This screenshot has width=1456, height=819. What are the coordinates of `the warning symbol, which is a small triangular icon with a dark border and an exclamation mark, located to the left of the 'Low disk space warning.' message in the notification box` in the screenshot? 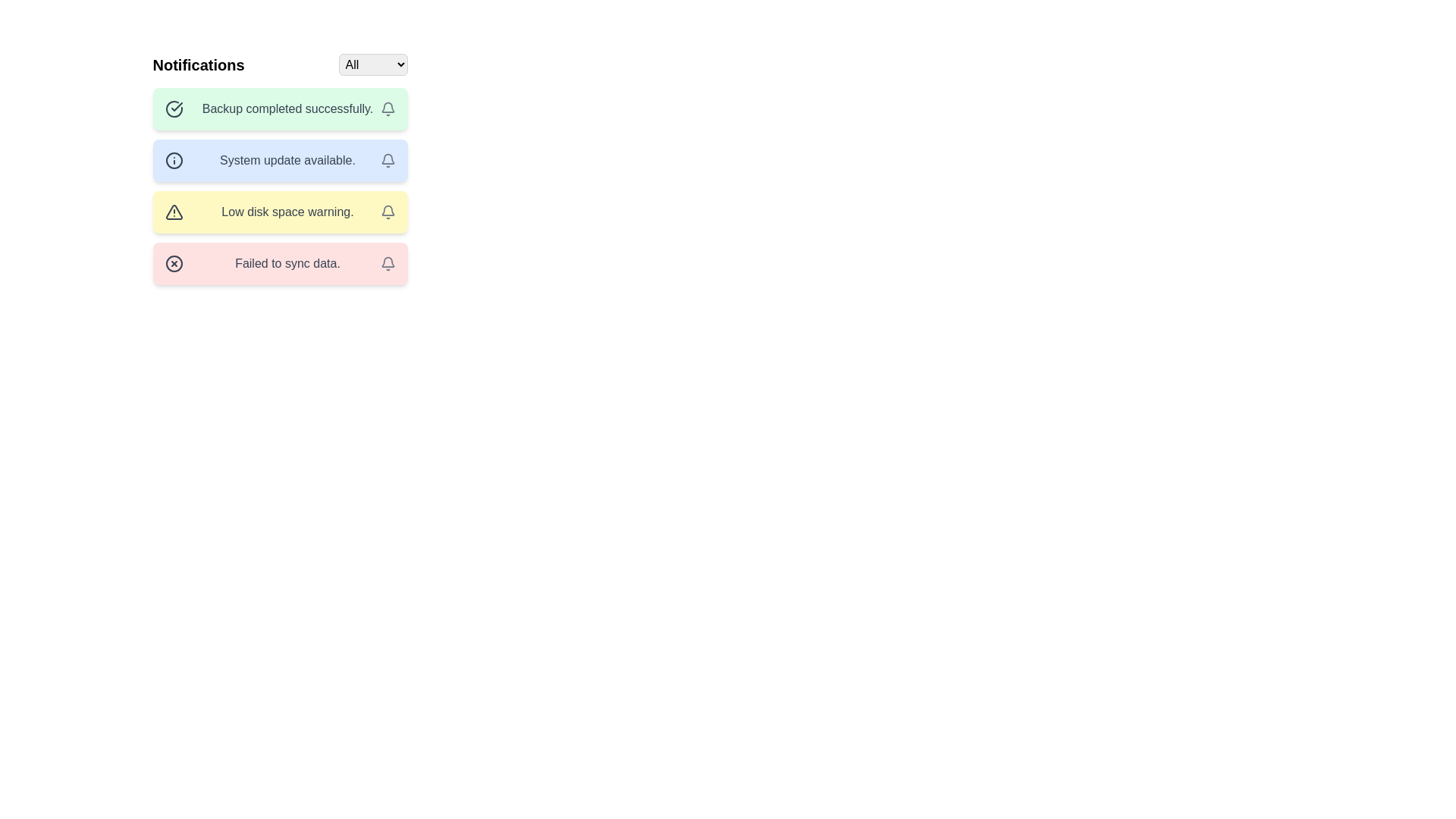 It's located at (174, 212).